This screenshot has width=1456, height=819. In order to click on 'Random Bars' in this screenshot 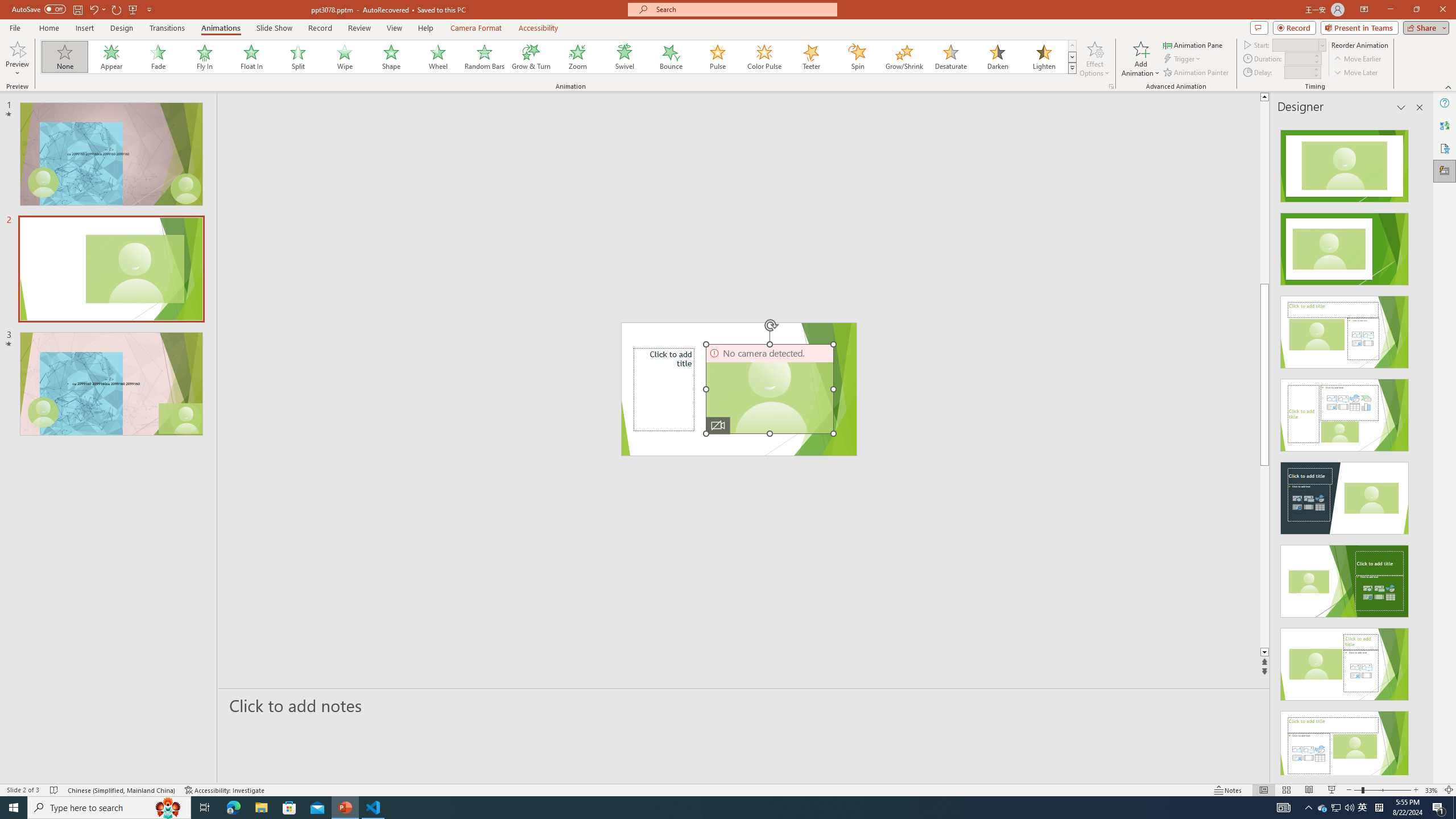, I will do `click(484, 56)`.